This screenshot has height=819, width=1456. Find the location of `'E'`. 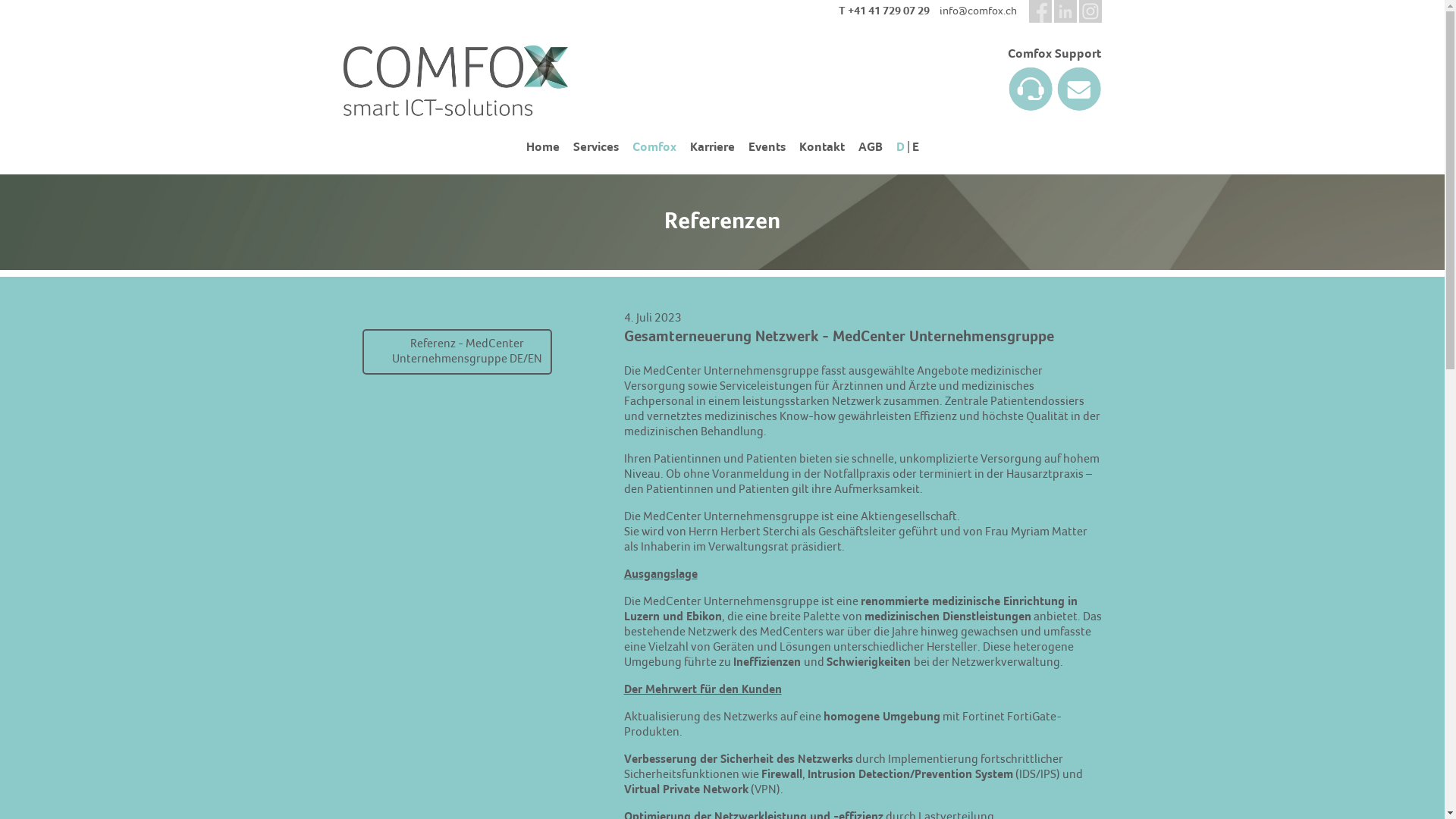

'E' is located at coordinates (914, 147).